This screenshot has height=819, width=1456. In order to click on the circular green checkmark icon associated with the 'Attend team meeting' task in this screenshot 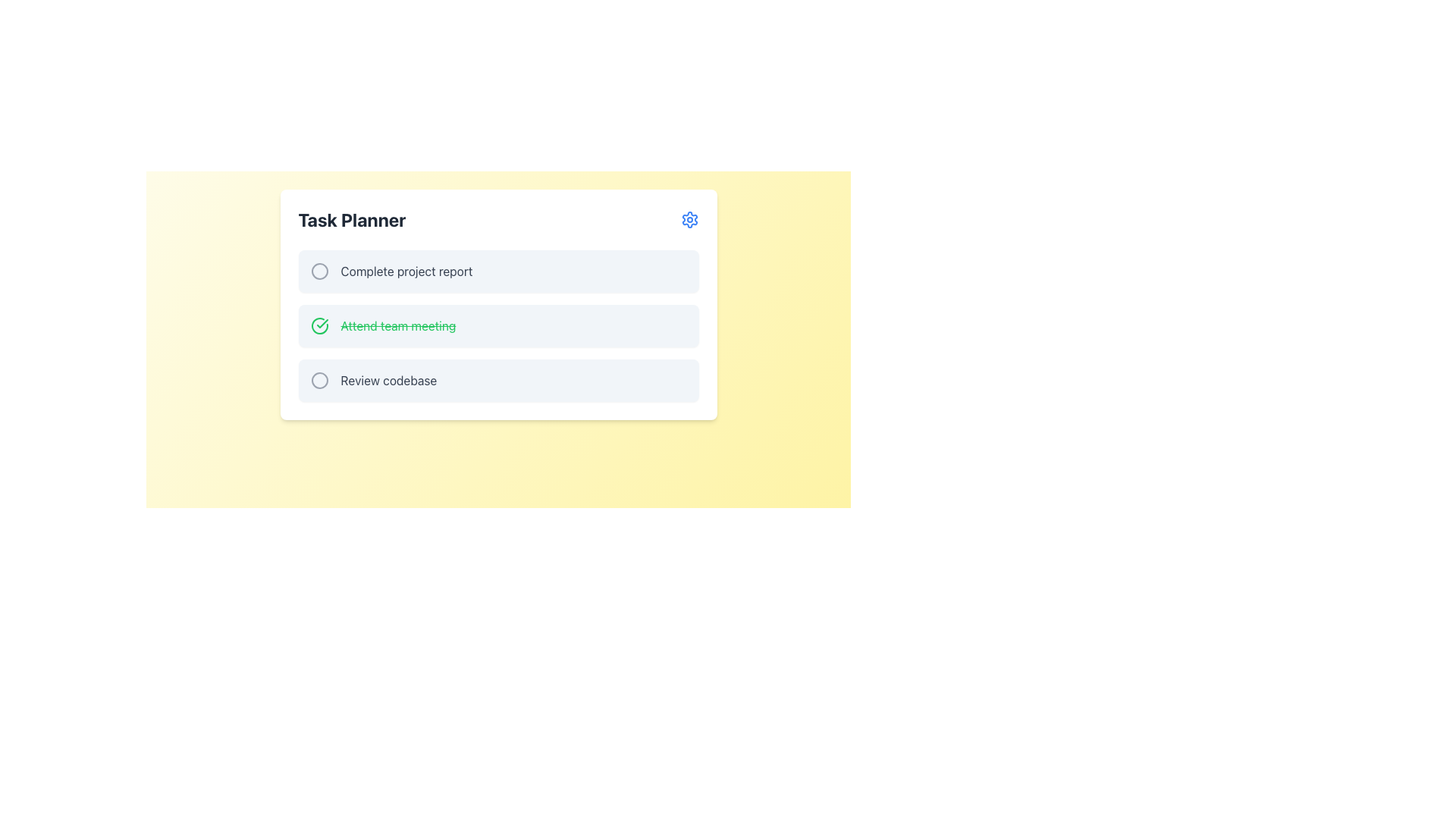, I will do `click(318, 325)`.